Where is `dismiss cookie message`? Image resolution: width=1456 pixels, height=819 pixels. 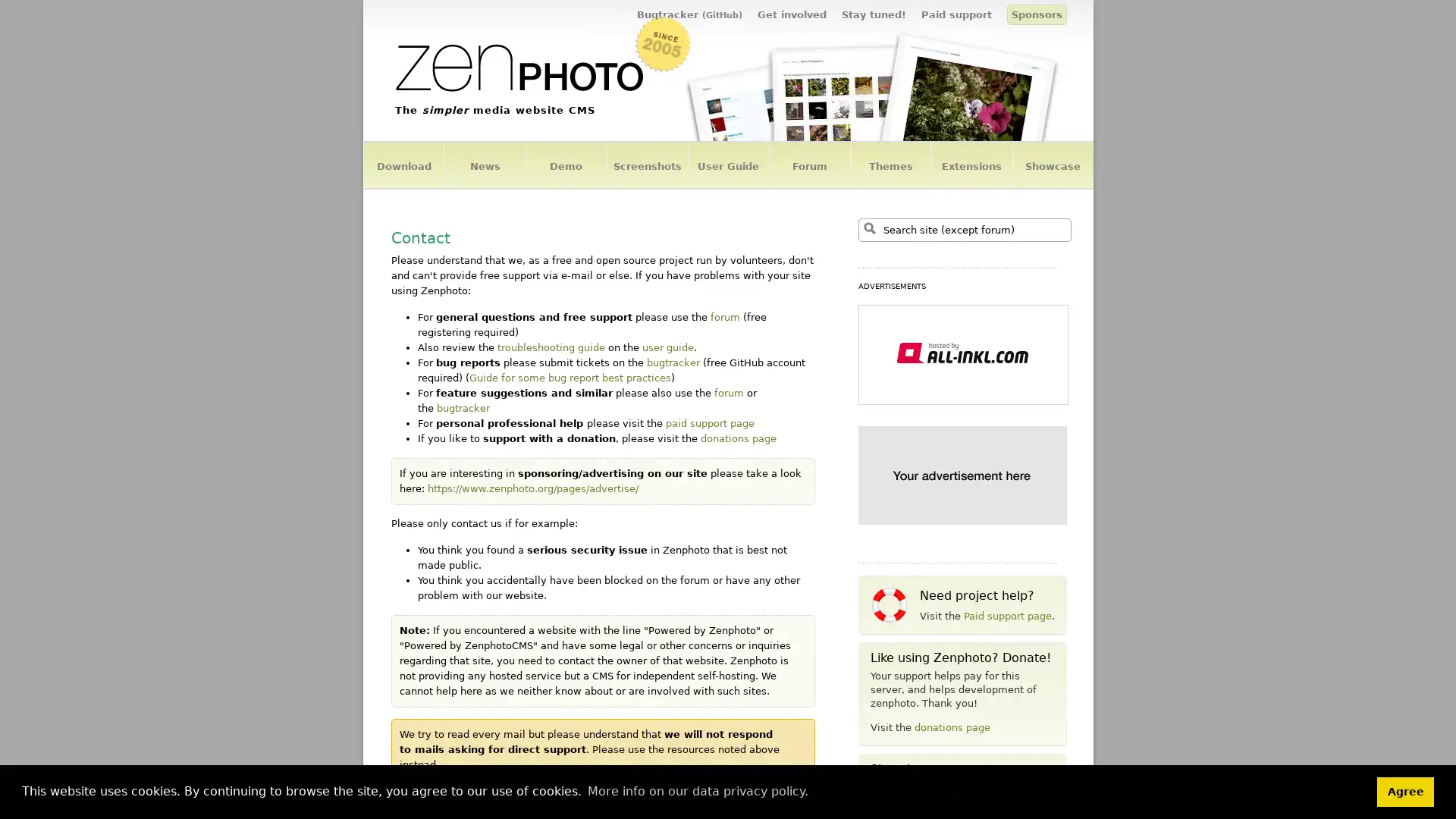 dismiss cookie message is located at coordinates (1404, 791).